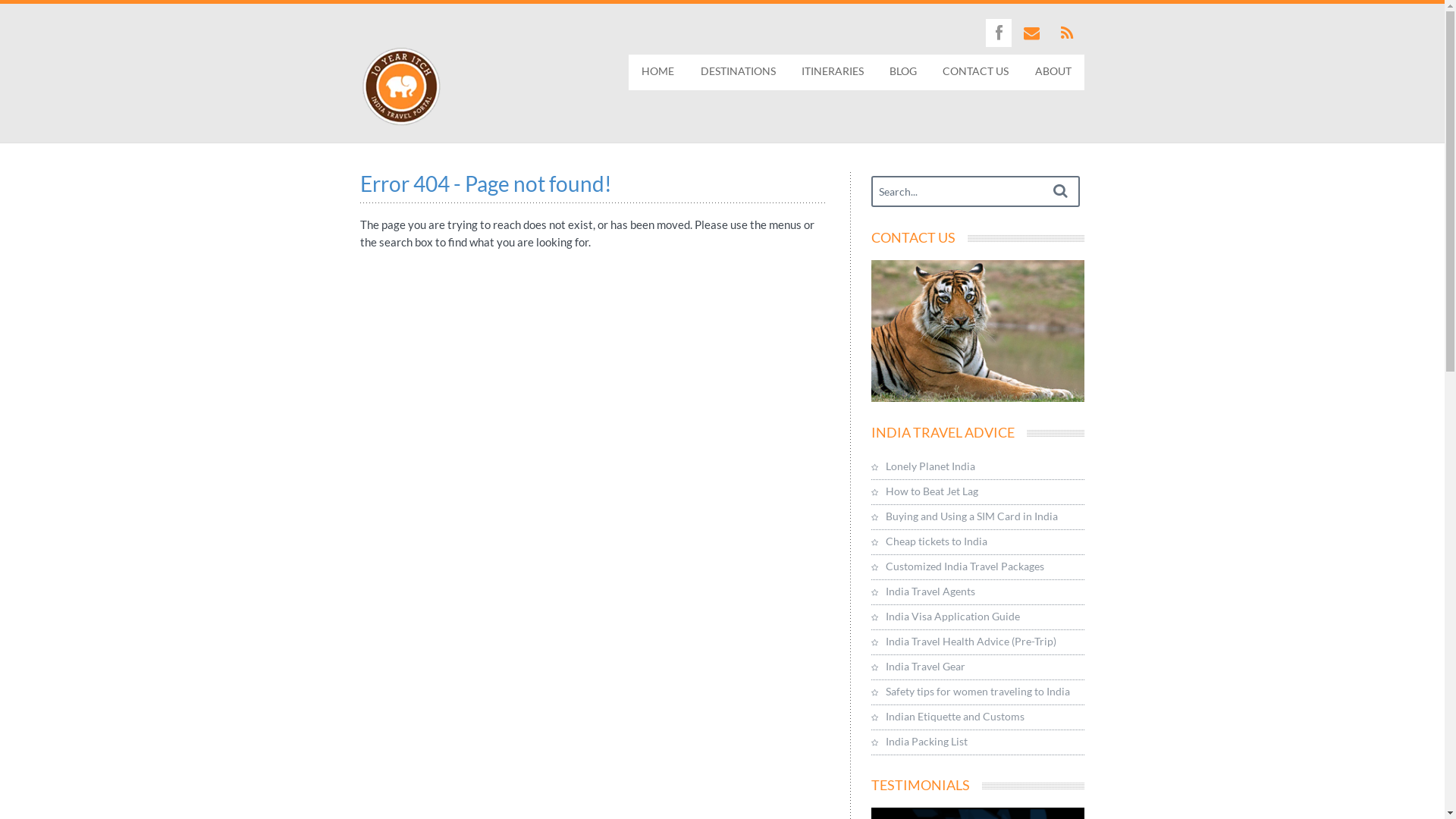  Describe the element at coordinates (977, 567) in the screenshot. I see `'Customized India Travel Packages'` at that location.